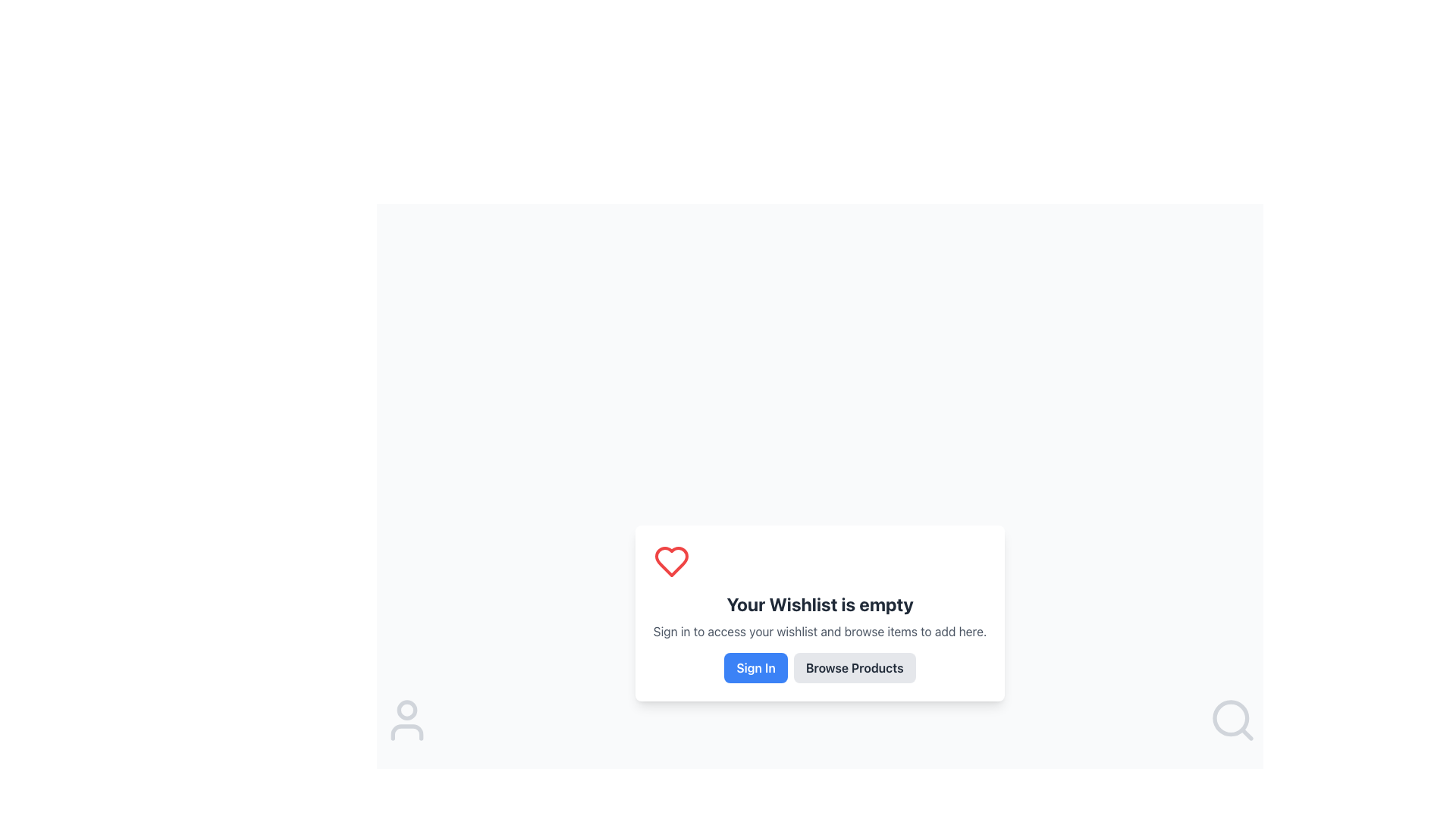 The width and height of the screenshot is (1456, 819). I want to click on the circular vector graphic element that is part of the user profile icon, located near the bottom-left corner of the interface, so click(407, 710).